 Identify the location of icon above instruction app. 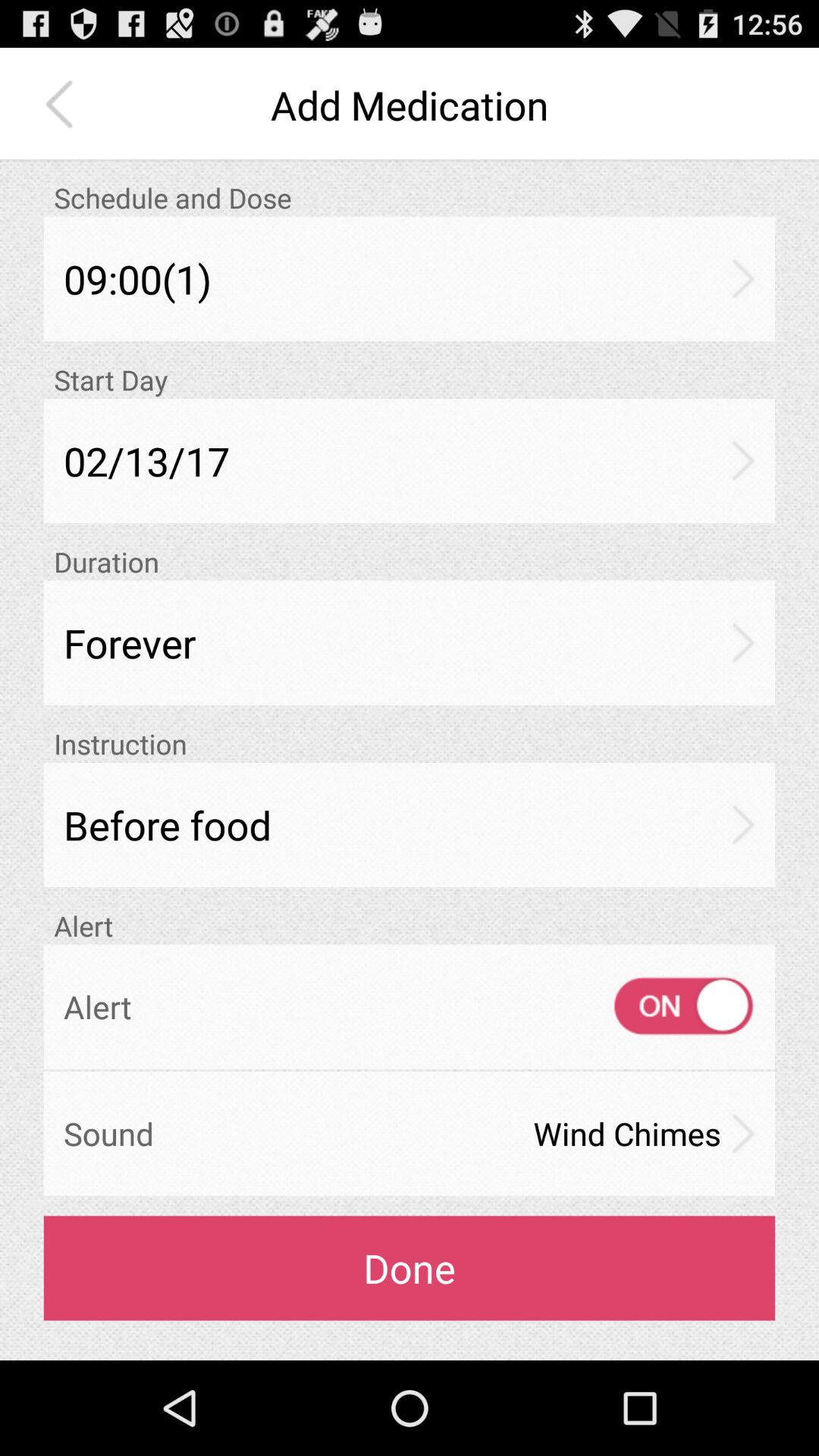
(409, 642).